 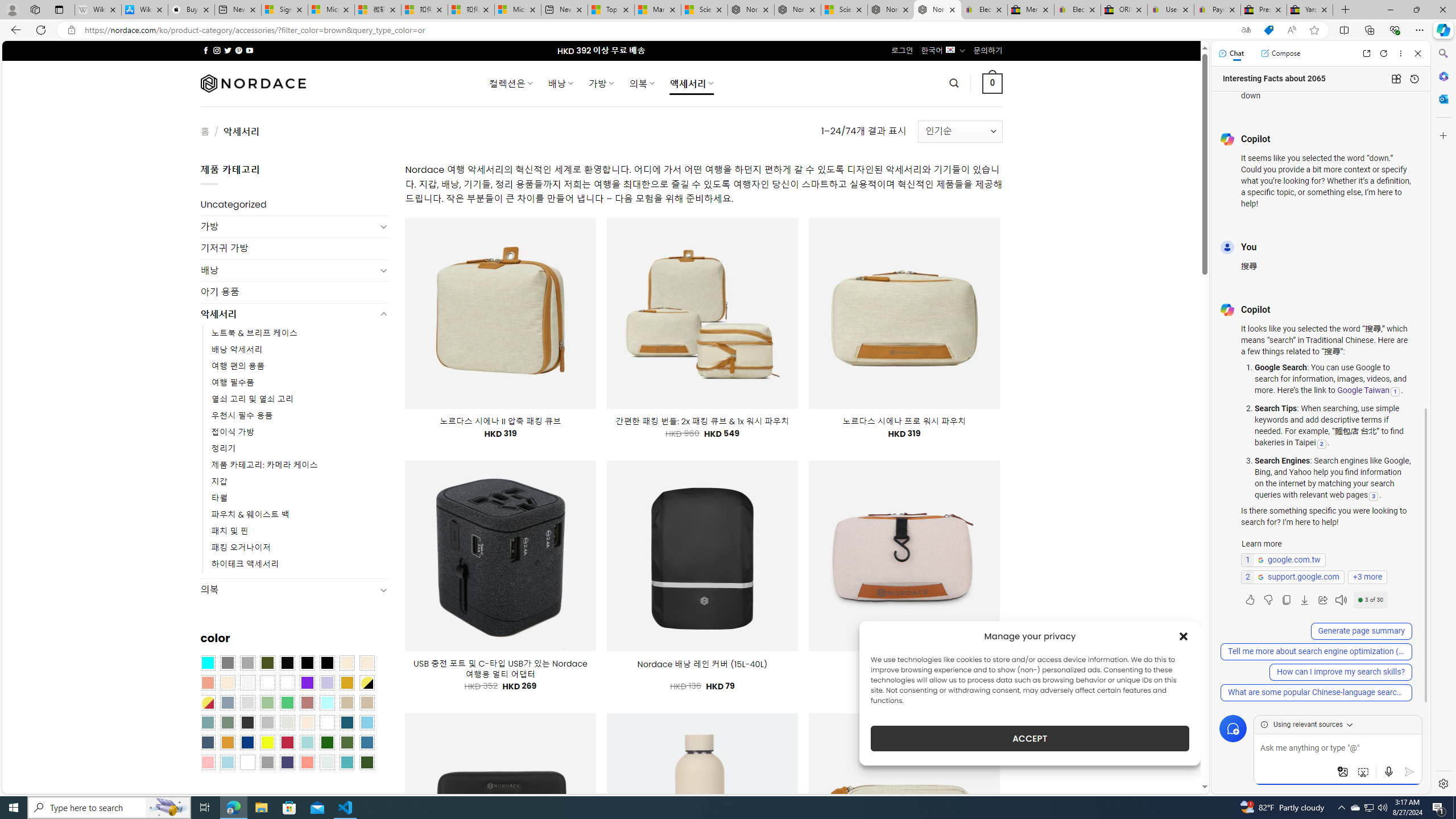 What do you see at coordinates (237, 50) in the screenshot?
I see `'Follow on Pinterest'` at bounding box center [237, 50].